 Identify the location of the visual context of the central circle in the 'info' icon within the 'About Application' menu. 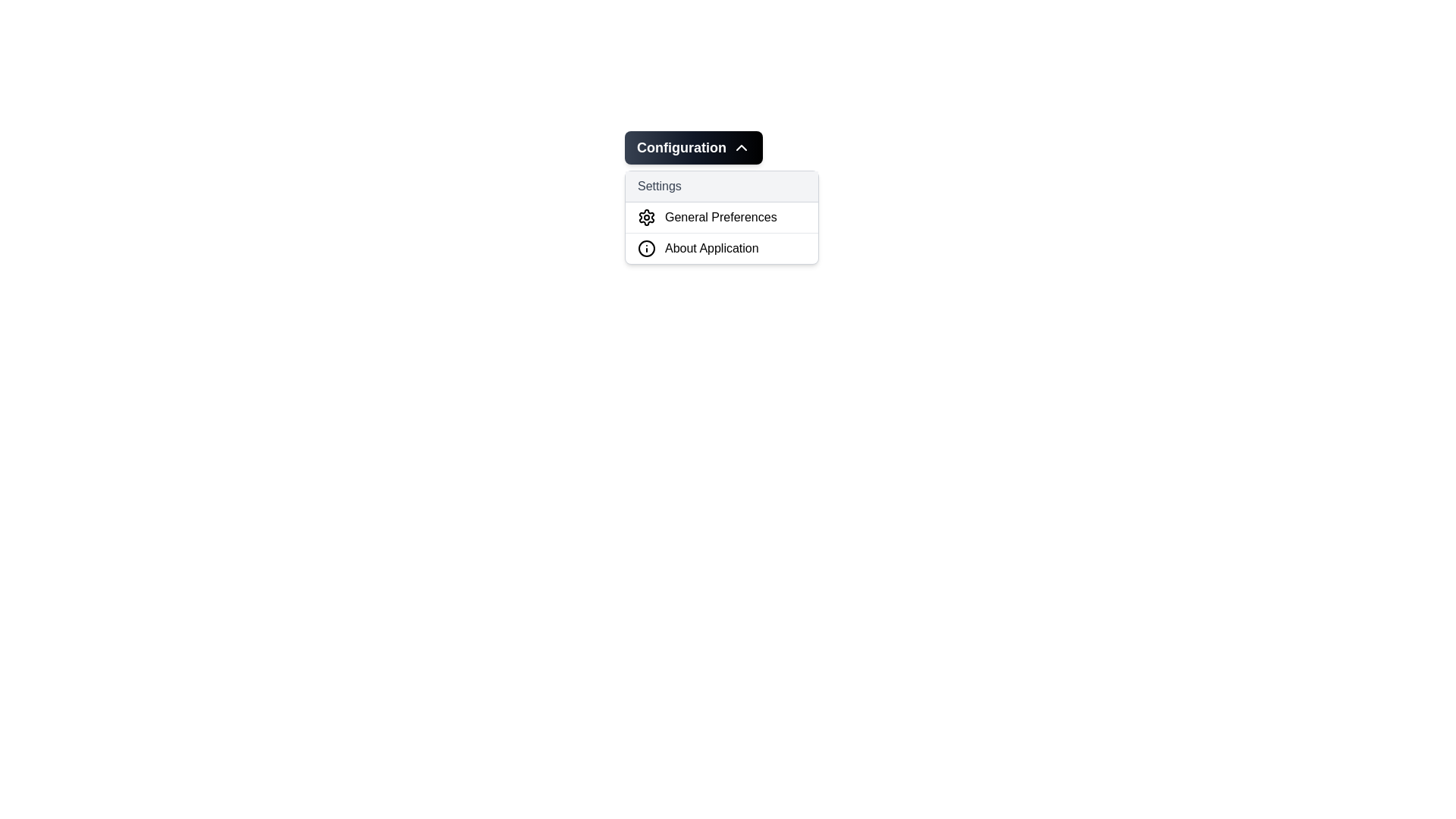
(647, 247).